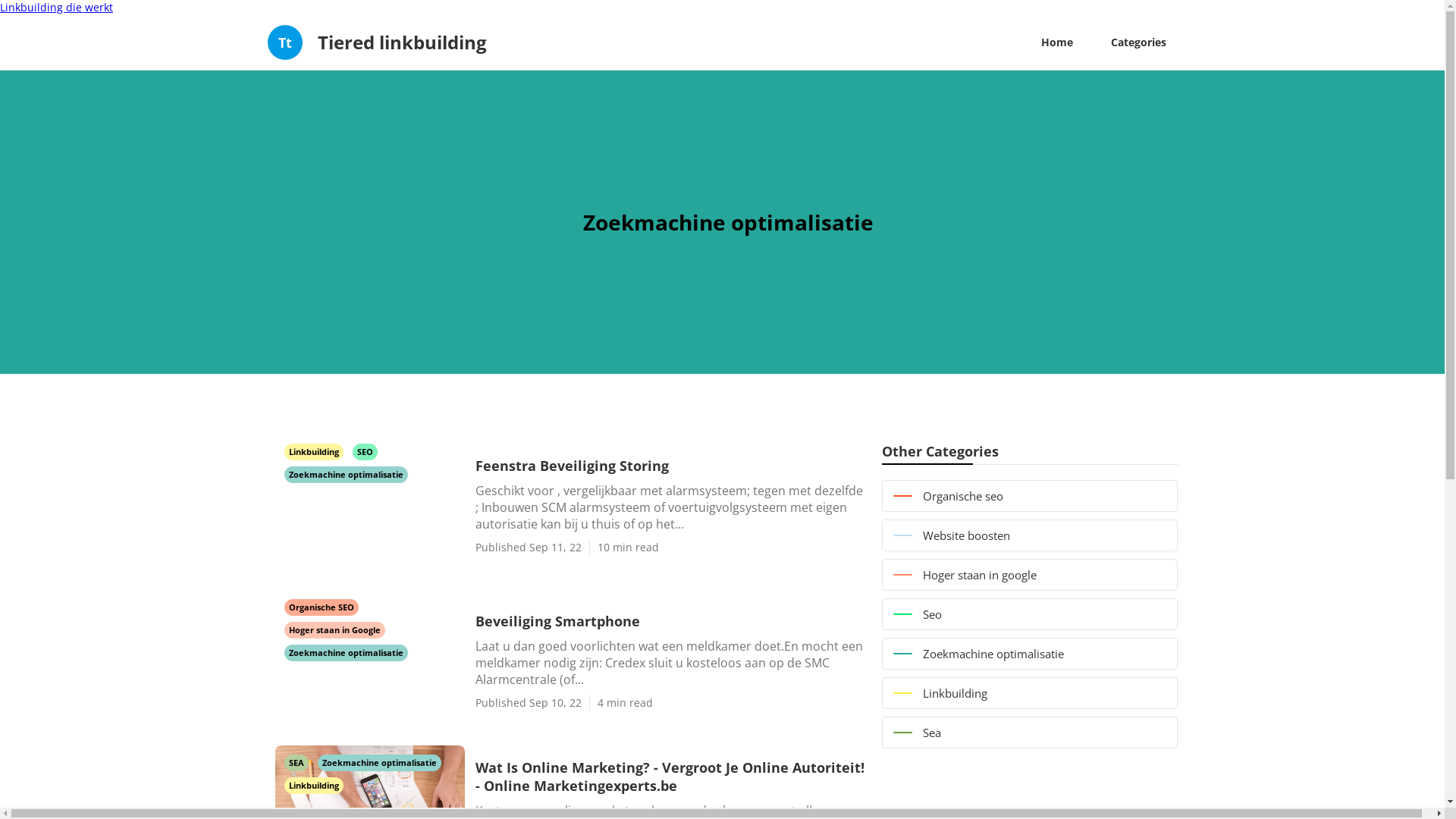  What do you see at coordinates (284, 761) in the screenshot?
I see `'SEA'` at bounding box center [284, 761].